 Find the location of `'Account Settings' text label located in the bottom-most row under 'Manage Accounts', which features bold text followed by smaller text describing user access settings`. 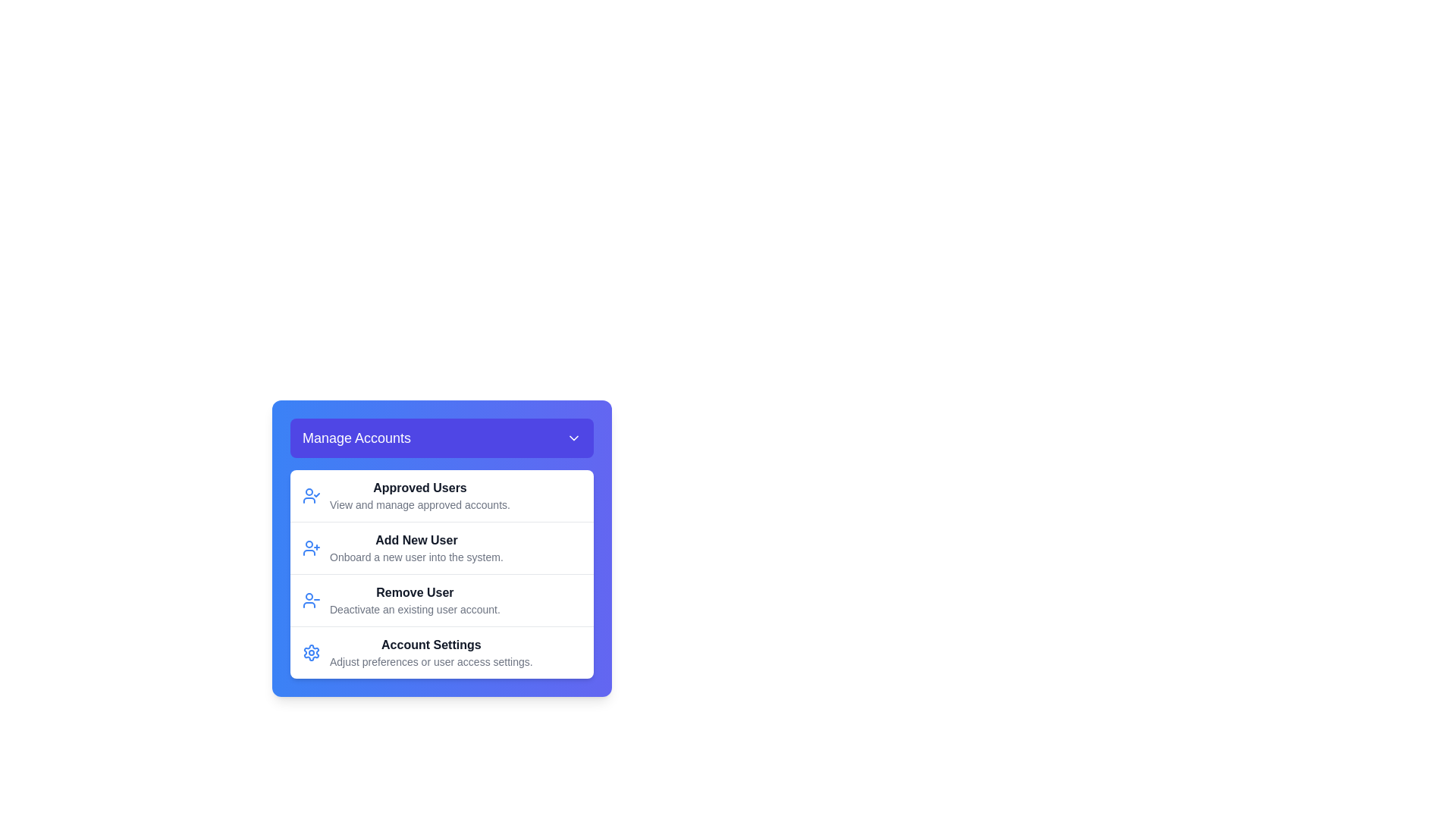

'Account Settings' text label located in the bottom-most row under 'Manage Accounts', which features bold text followed by smaller text describing user access settings is located at coordinates (430, 651).